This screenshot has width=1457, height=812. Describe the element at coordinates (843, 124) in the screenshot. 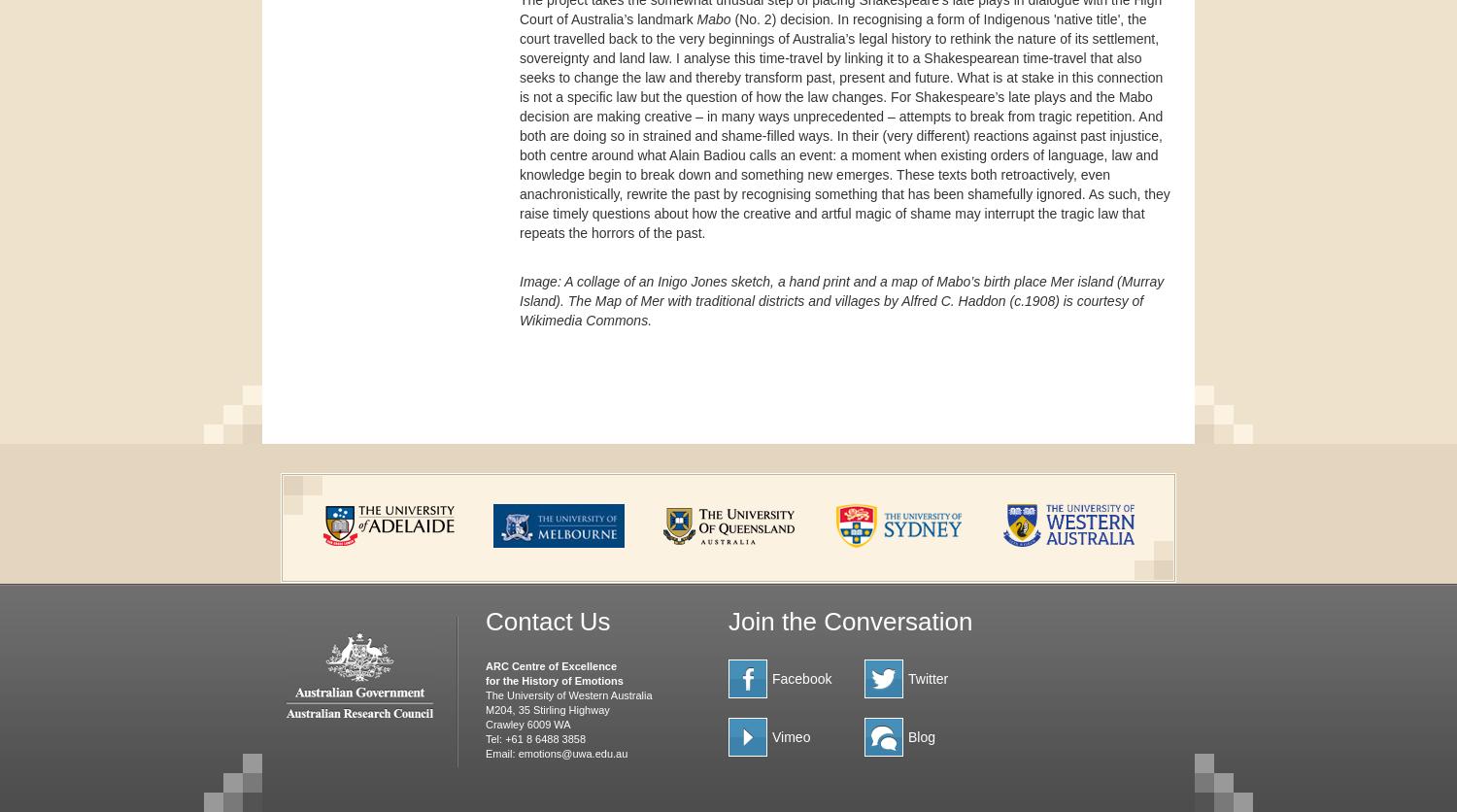

I see `'(No. 2) decision. In recognising a form of Indigenous 'native title', the court travelled back to the very beginnings of Australia’s legal history to rethink the nature of its settlement, sovereignty and land law. I analyse this time-travel by linking it to a Shakespearean time-travel that also seeks to change the law and thereby transform past, present and future. What is at stake in this connection is not a specific law but the question of how the law changes. For Shakespeare’s late plays and the Mabo decision are making creative – in many ways unprecedented – attempts to break from tragic repetition. And both are doing so in strained and shame-filled ways. In their (very different) reactions against past injustice, both centre around what Alain Badiou calls an event: a moment when existing orders of language, law and knowledge begin to break down and something new emerges. These texts both retroactively, even anachronistically, rewrite the past by recognising something that has been shamefully ignored. As such, they raise timely questions about how the creative and artful magic of shame may interrupt the tragic law that repeats the horrors of the past.'` at that location.